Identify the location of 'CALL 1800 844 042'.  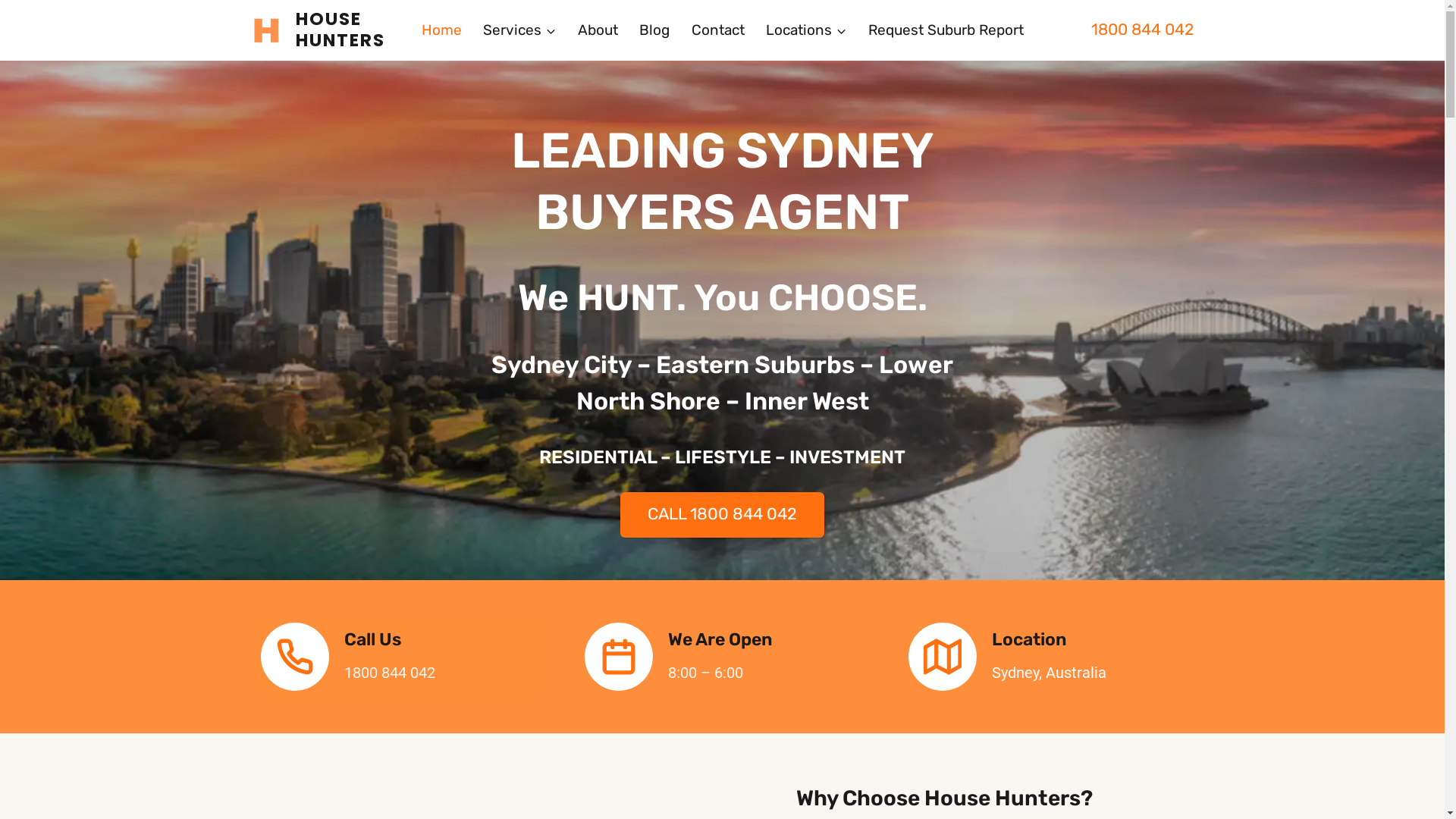
(721, 513).